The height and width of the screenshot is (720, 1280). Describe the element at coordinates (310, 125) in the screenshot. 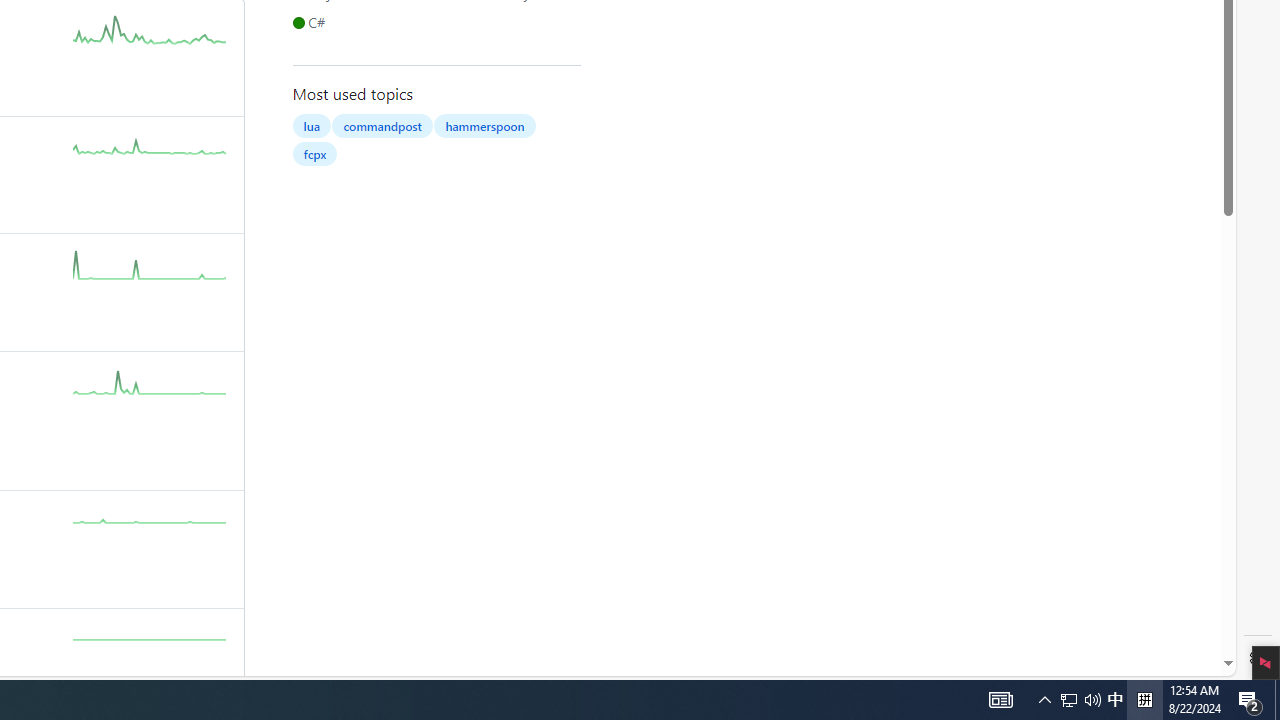

I see `'lua'` at that location.